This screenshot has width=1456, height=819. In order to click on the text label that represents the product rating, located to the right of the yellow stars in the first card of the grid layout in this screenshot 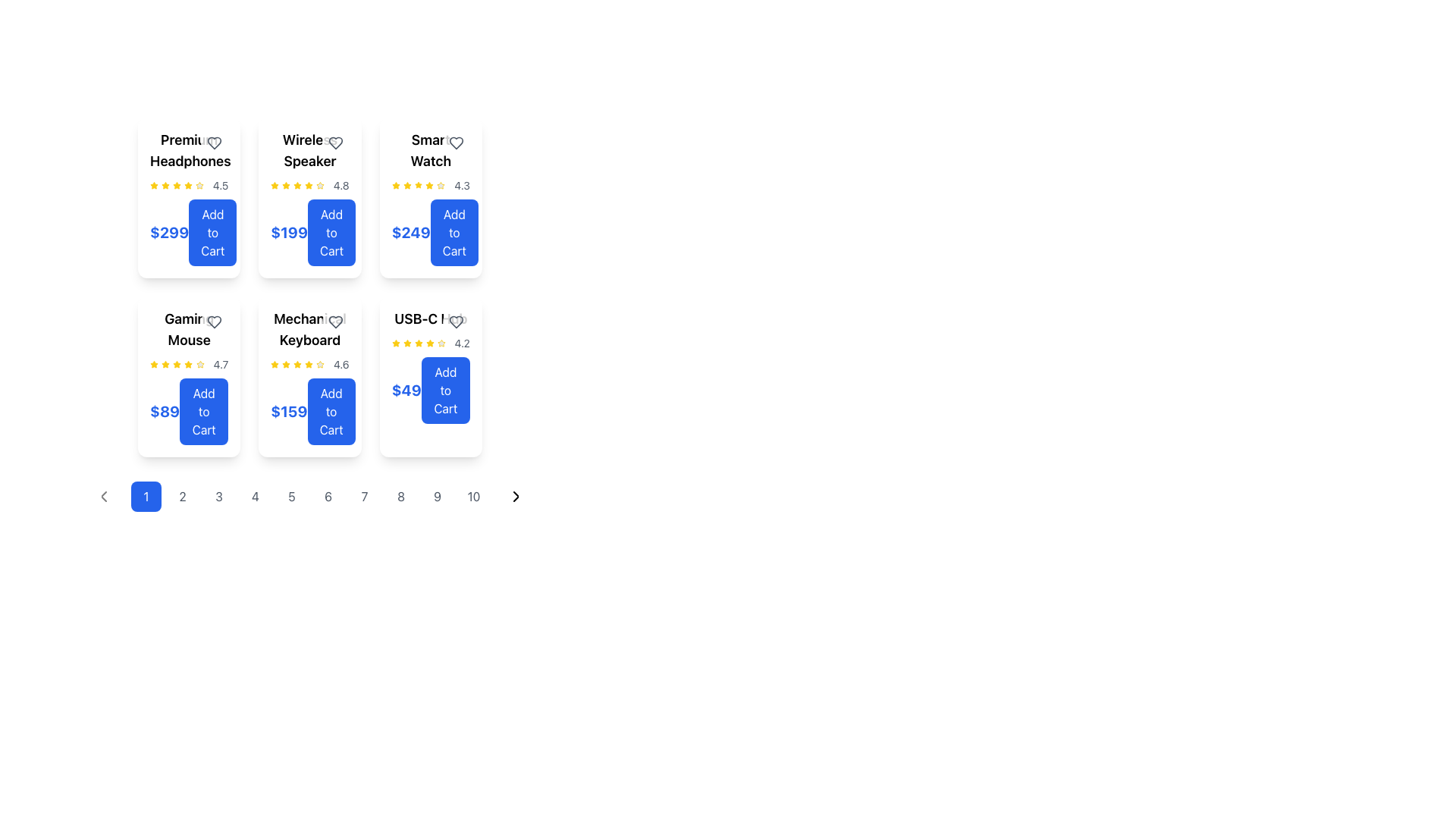, I will do `click(220, 185)`.